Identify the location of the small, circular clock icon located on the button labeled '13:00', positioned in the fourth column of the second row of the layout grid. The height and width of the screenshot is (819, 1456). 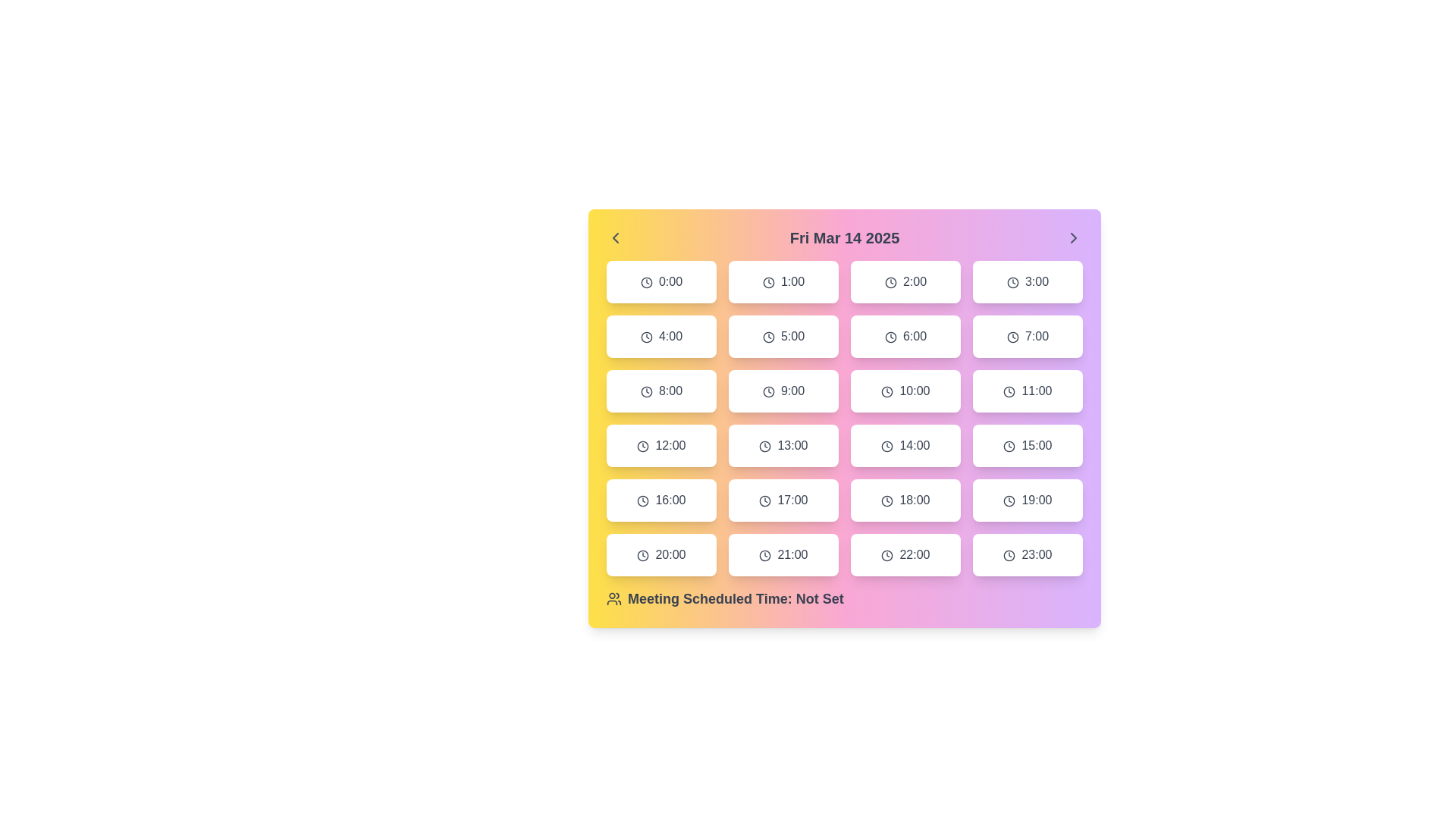
(765, 445).